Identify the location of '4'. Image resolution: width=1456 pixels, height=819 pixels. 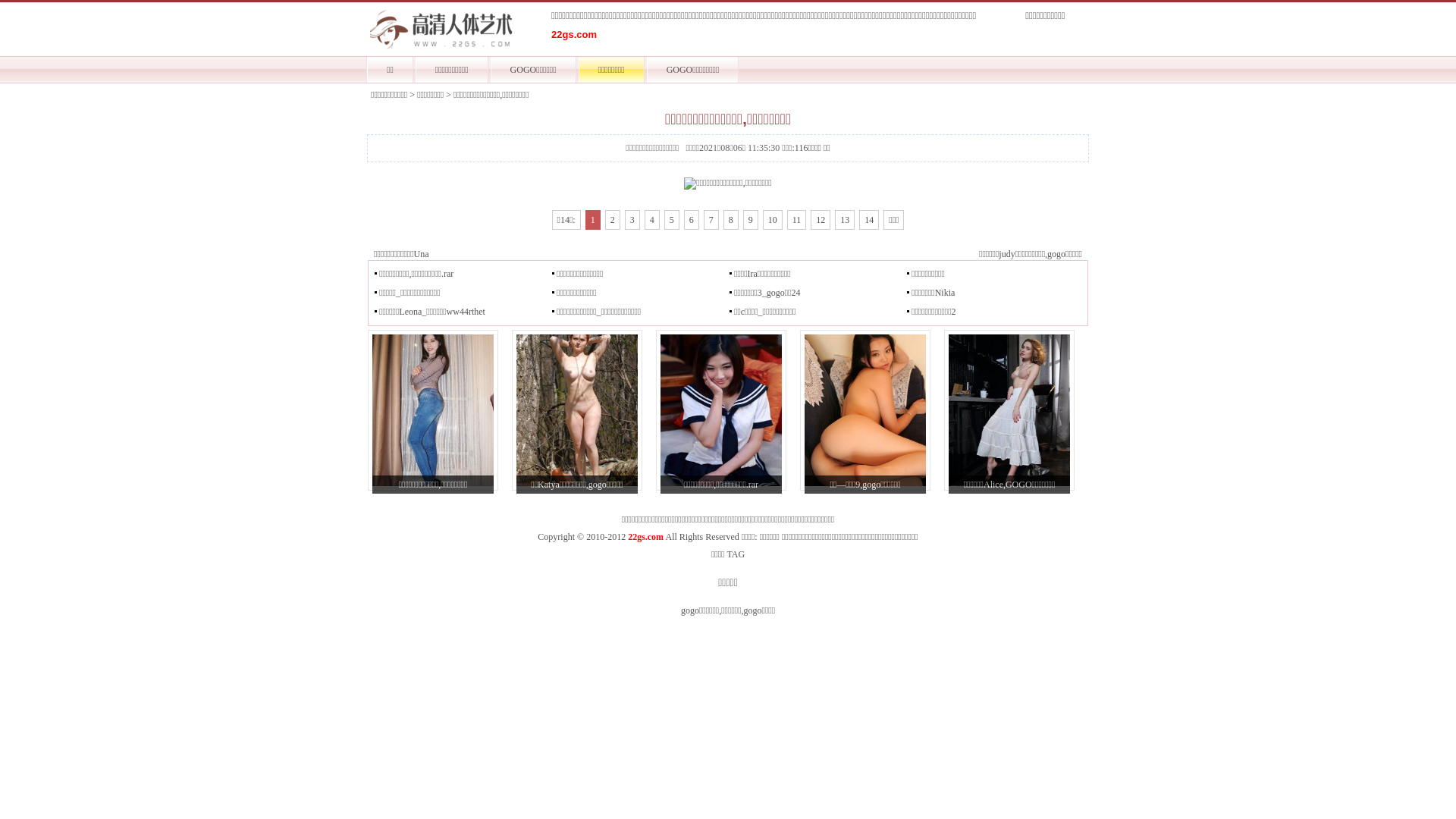
(651, 219).